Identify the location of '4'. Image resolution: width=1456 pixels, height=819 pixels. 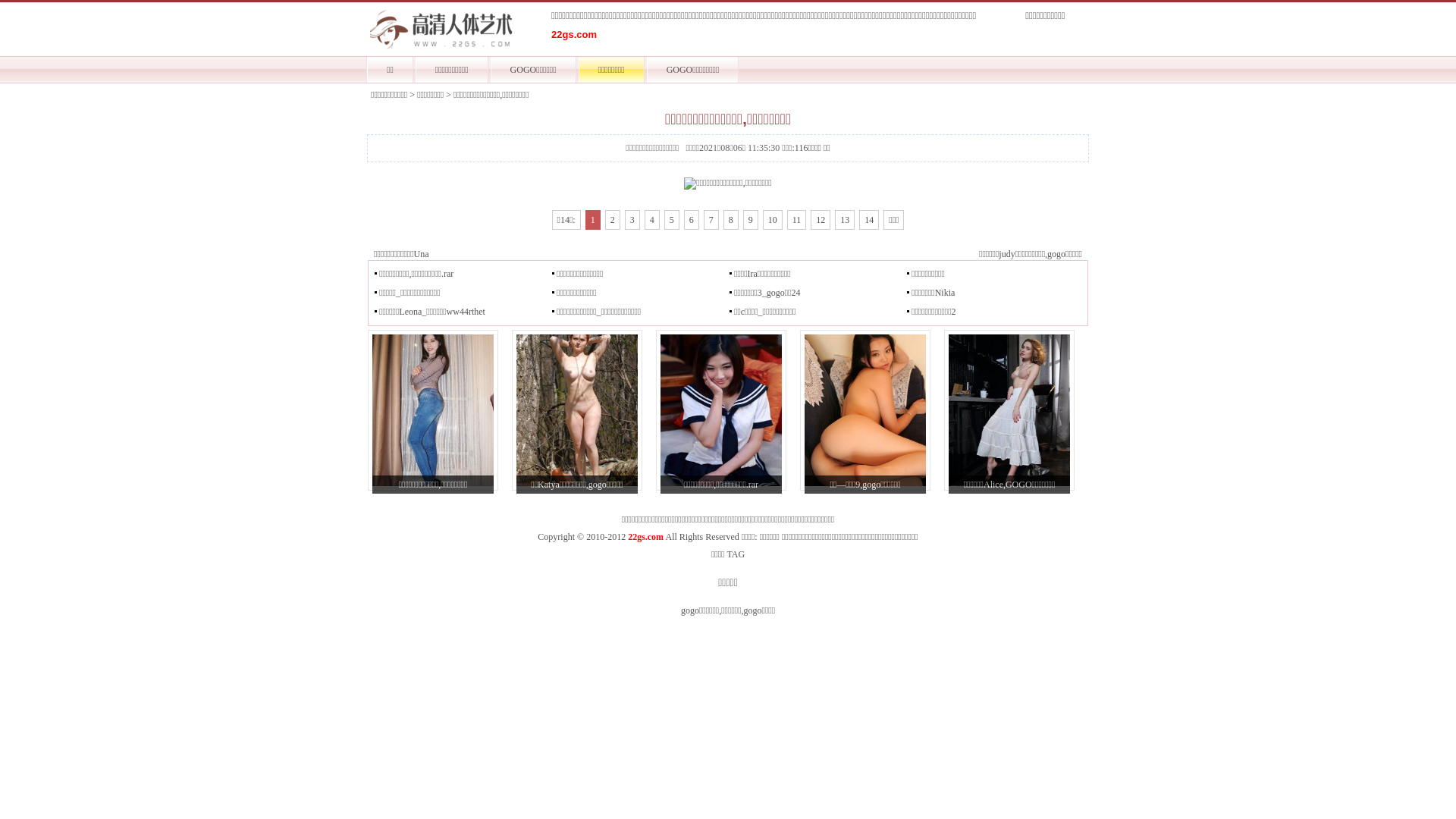
(651, 219).